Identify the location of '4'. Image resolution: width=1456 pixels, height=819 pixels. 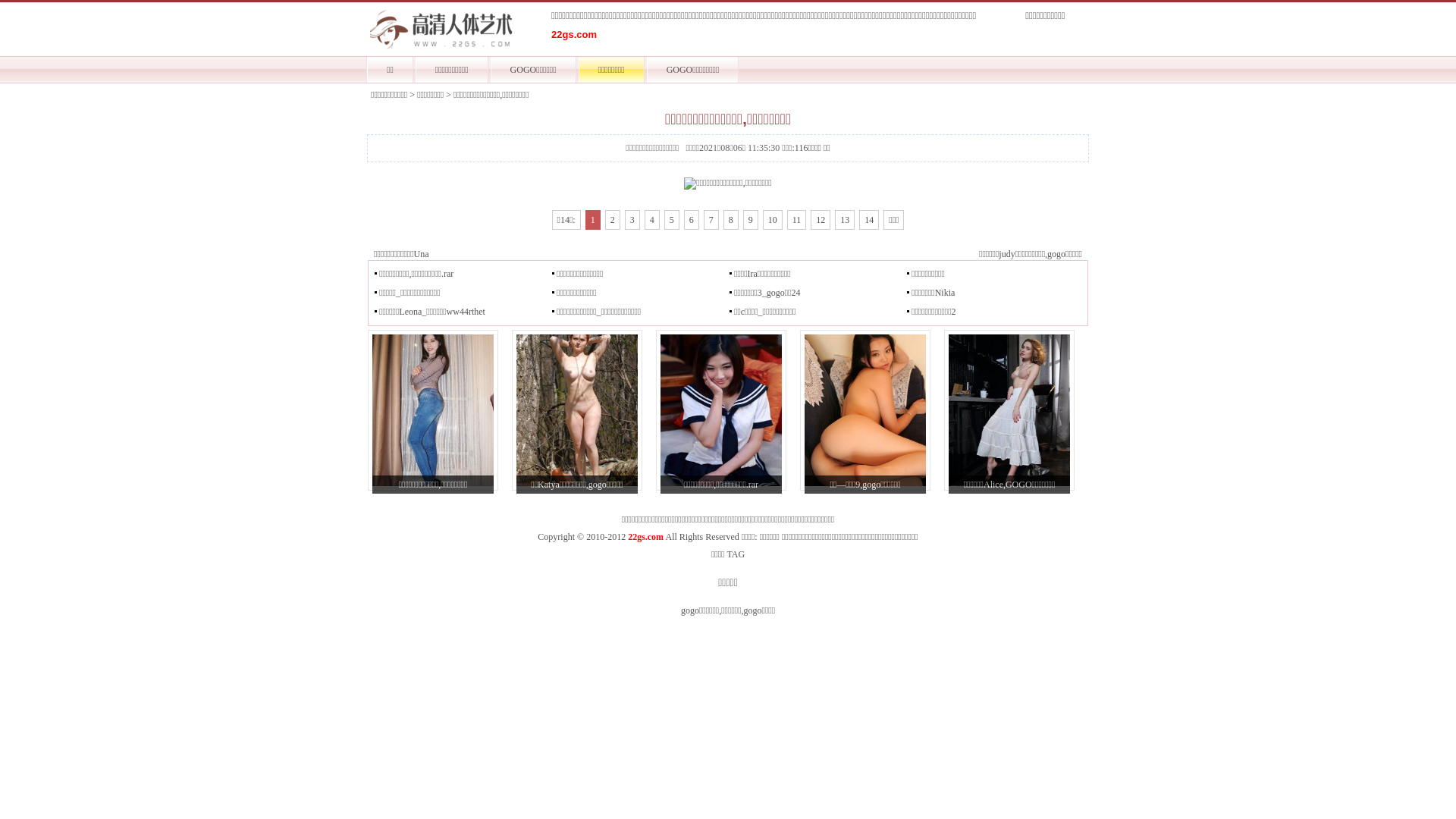
(651, 219).